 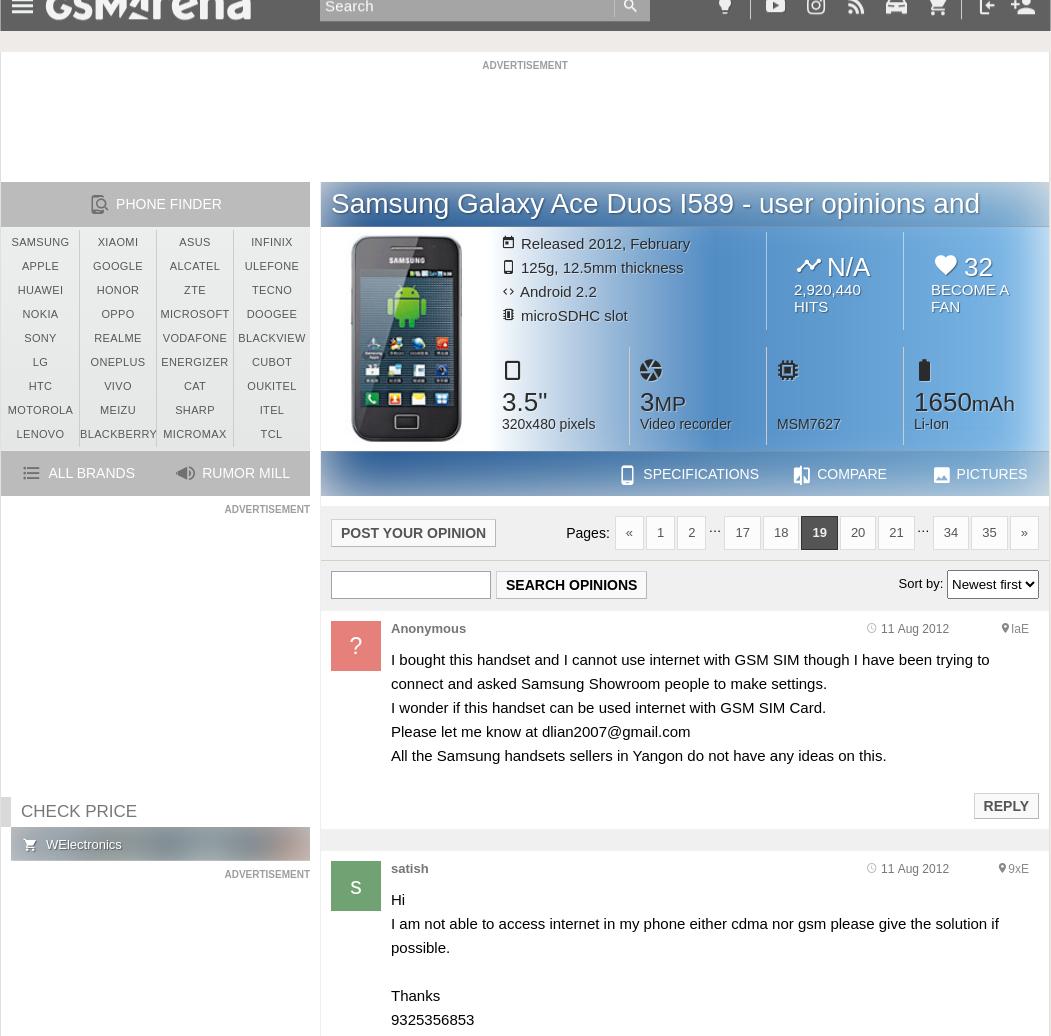 What do you see at coordinates (1018, 628) in the screenshot?
I see `'IaE'` at bounding box center [1018, 628].